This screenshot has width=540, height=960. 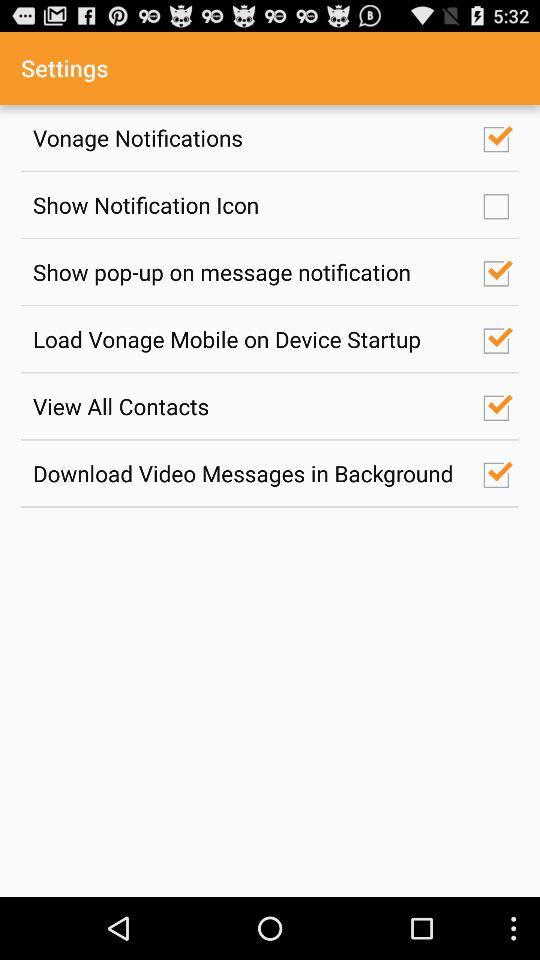 I want to click on the icon below show pop up item, so click(x=247, y=339).